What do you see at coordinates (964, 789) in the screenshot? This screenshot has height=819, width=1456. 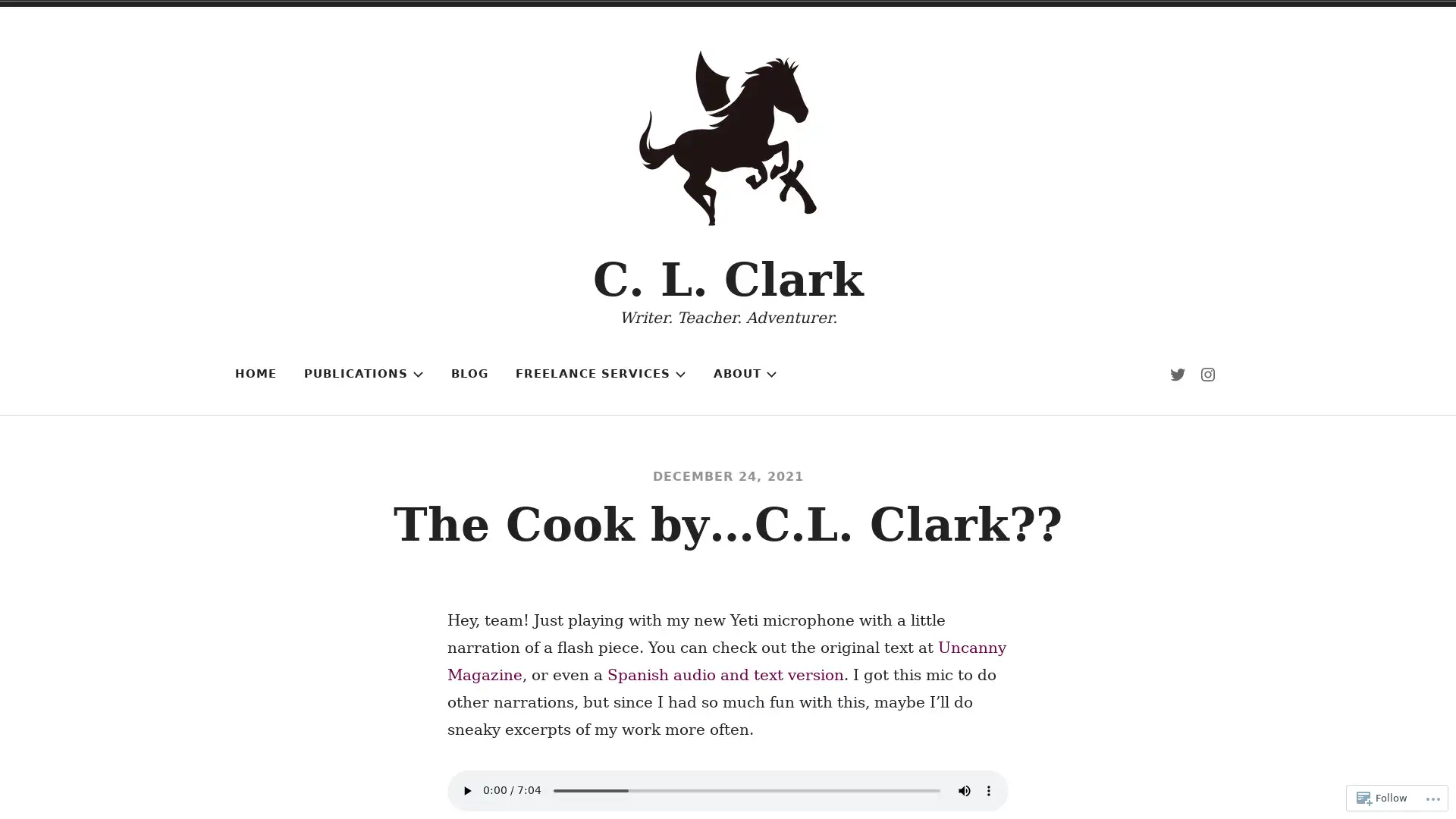 I see `mute` at bounding box center [964, 789].